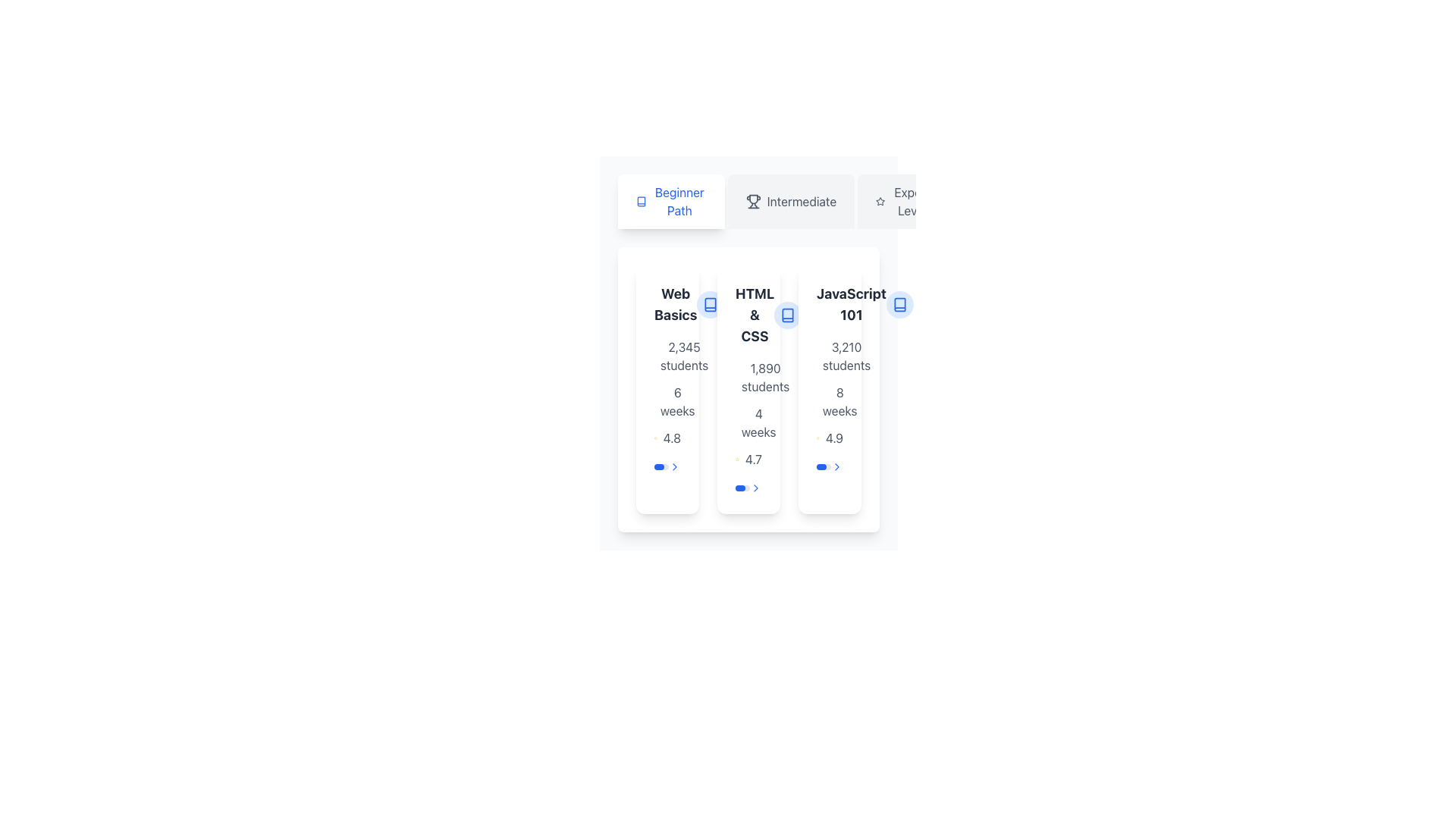 The width and height of the screenshot is (1456, 819). What do you see at coordinates (753, 458) in the screenshot?
I see `the static text label displaying the rating value '4.7' for the HTML & CSS course, located in the bottom half of the card` at bounding box center [753, 458].